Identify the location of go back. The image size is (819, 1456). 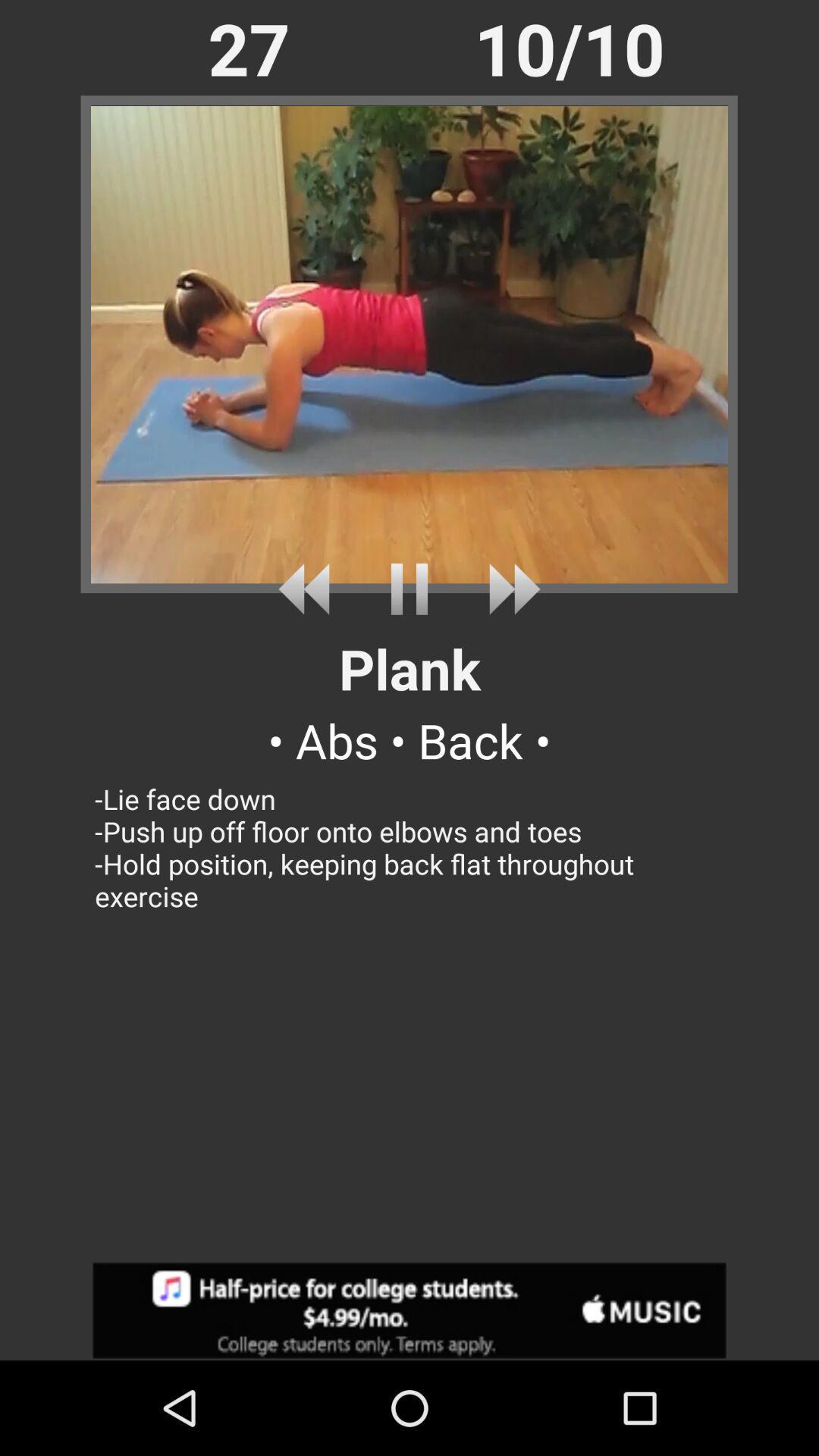
(309, 588).